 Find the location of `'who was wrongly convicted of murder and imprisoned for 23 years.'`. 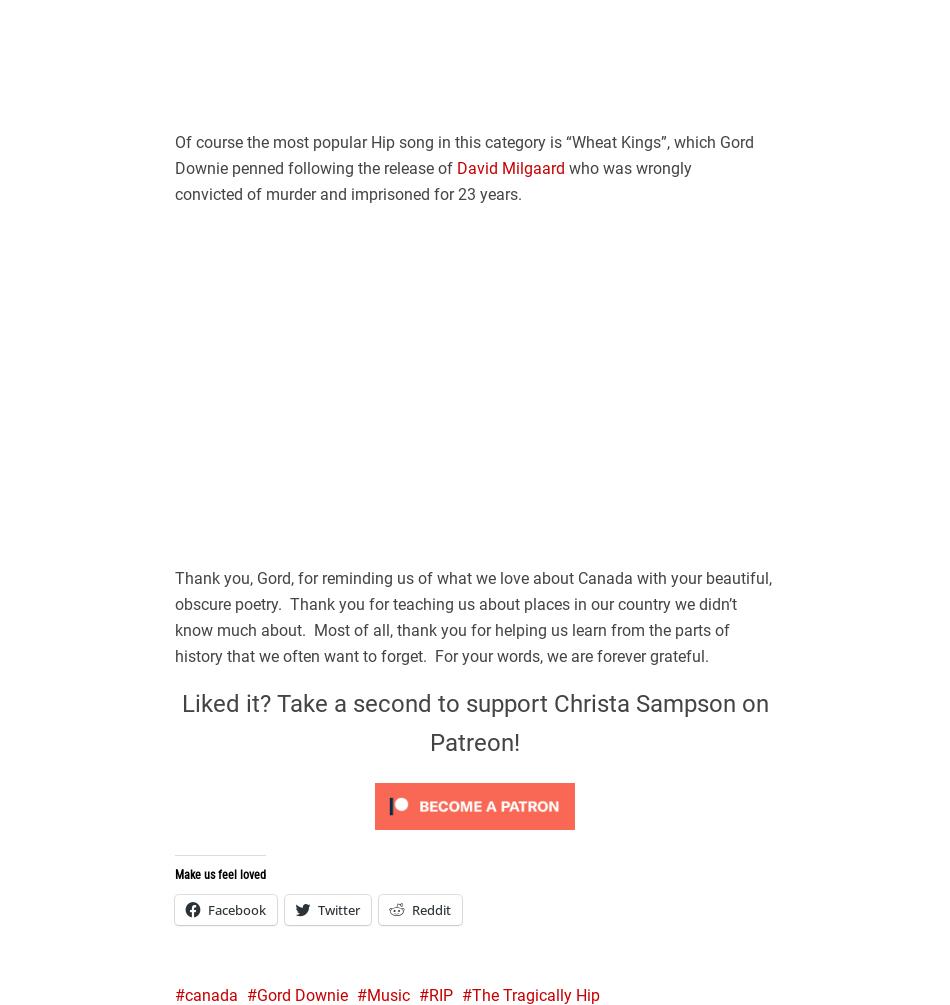

'who was wrongly convicted of murder and imprisoned for 23 years.' is located at coordinates (432, 179).